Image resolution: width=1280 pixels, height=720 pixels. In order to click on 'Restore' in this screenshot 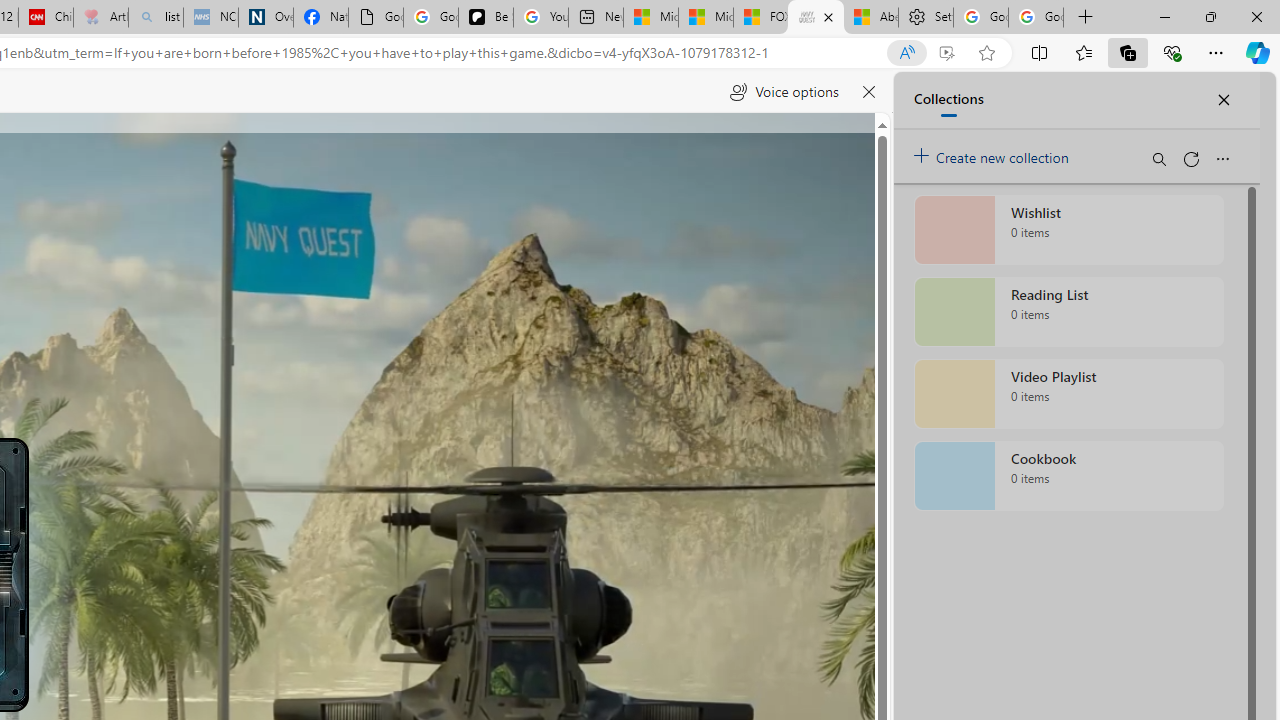, I will do `click(1209, 16)`.